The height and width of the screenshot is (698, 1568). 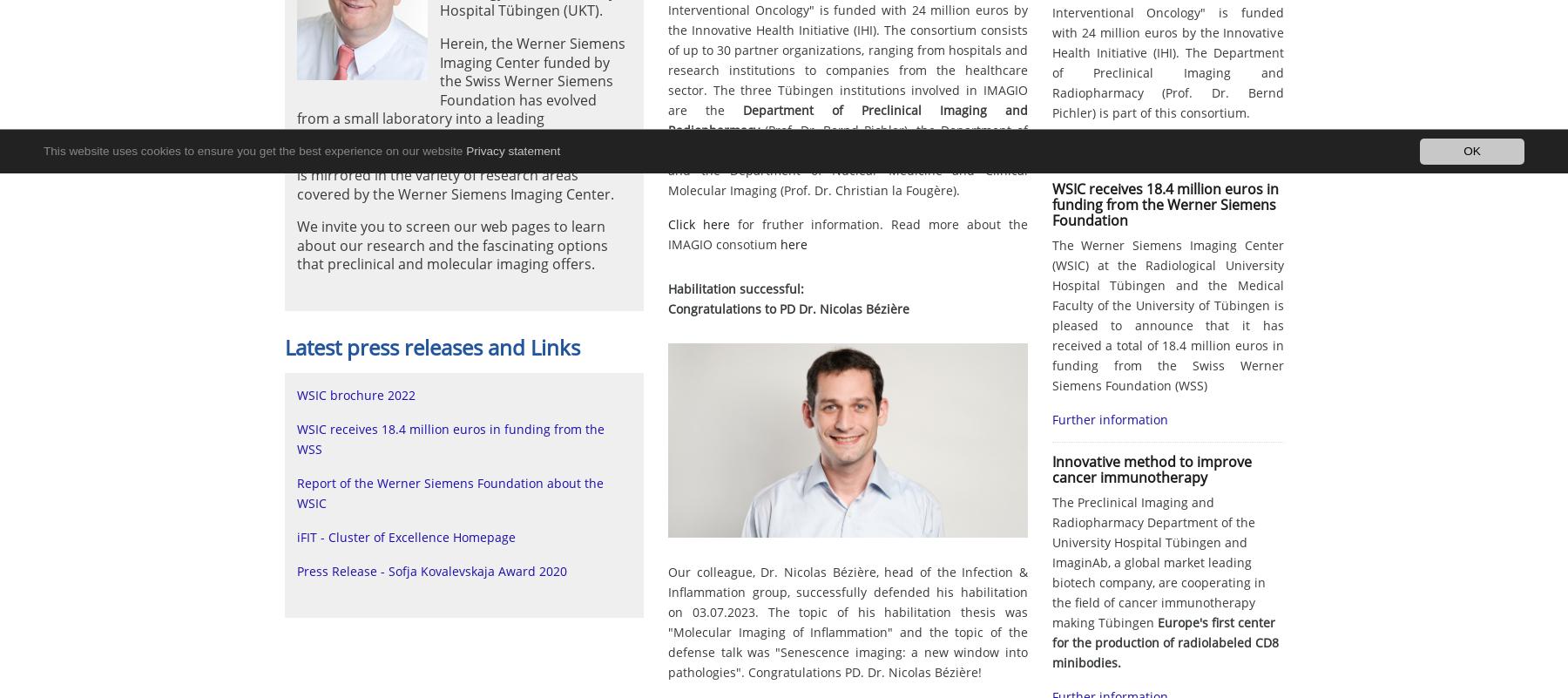 What do you see at coordinates (735, 288) in the screenshot?
I see `'Habilitation successful:'` at bounding box center [735, 288].